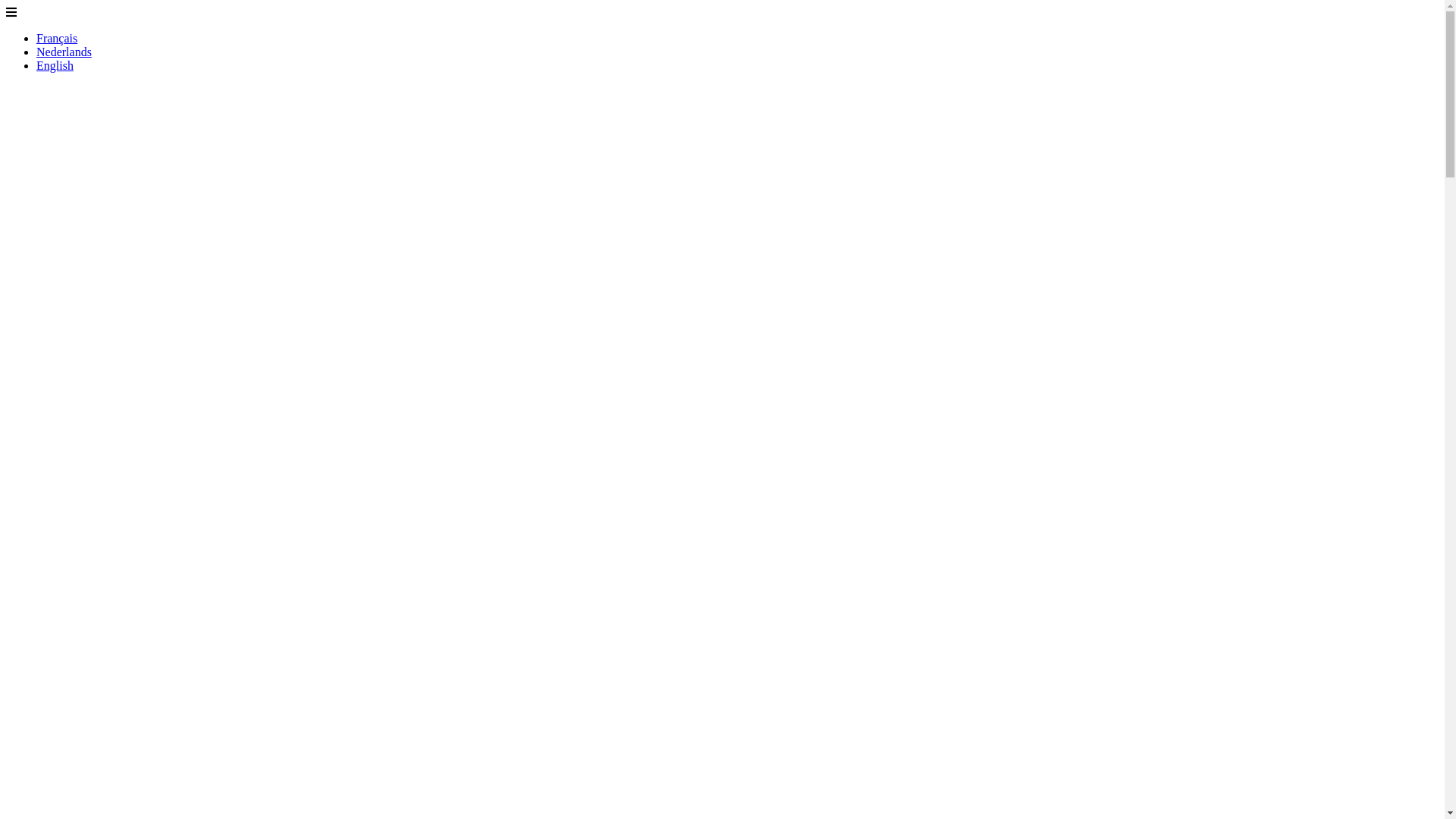 This screenshot has height=819, width=1456. What do you see at coordinates (55, 64) in the screenshot?
I see `'English'` at bounding box center [55, 64].